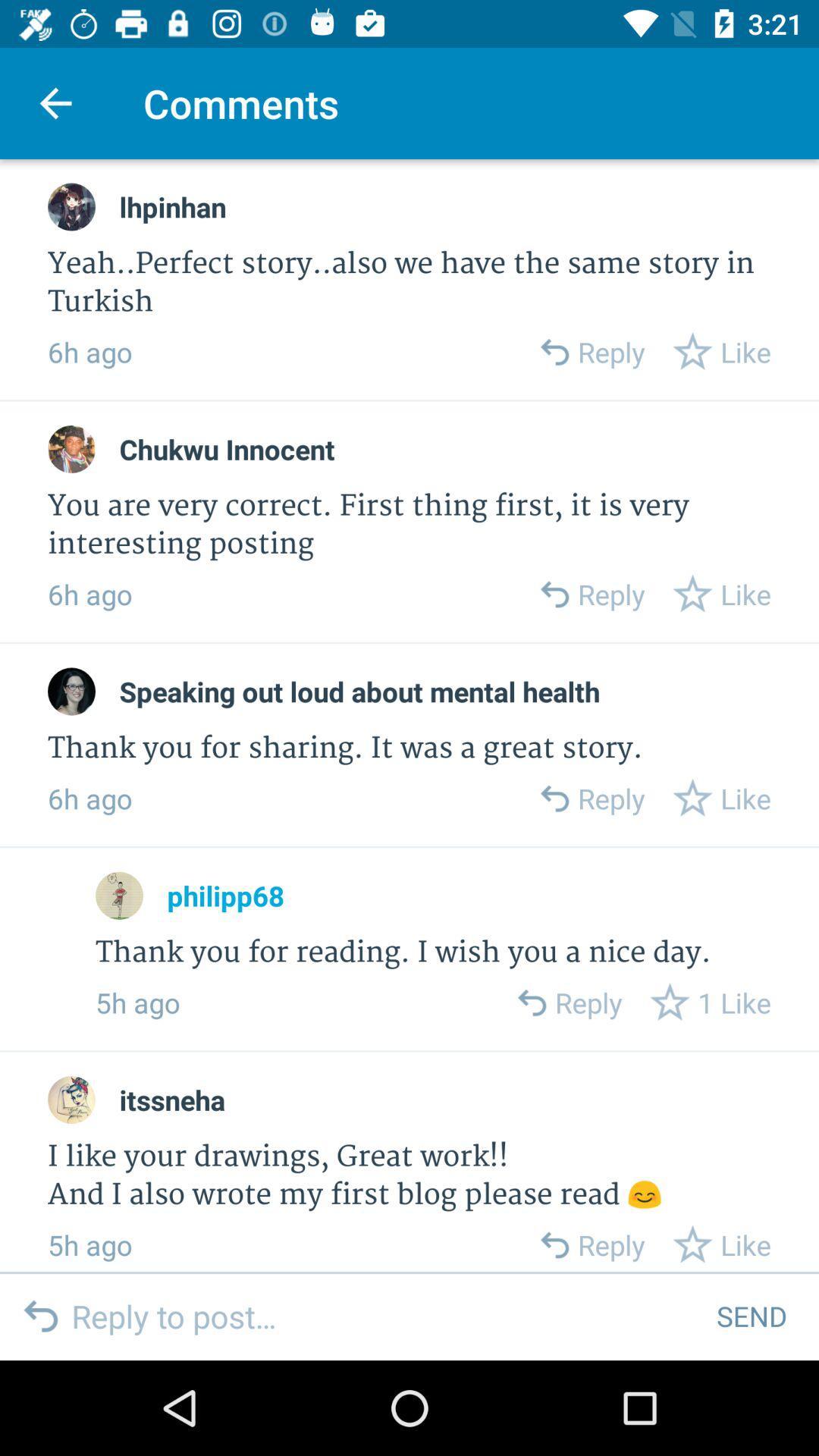 The width and height of the screenshot is (819, 1456). I want to click on profile, so click(71, 206).